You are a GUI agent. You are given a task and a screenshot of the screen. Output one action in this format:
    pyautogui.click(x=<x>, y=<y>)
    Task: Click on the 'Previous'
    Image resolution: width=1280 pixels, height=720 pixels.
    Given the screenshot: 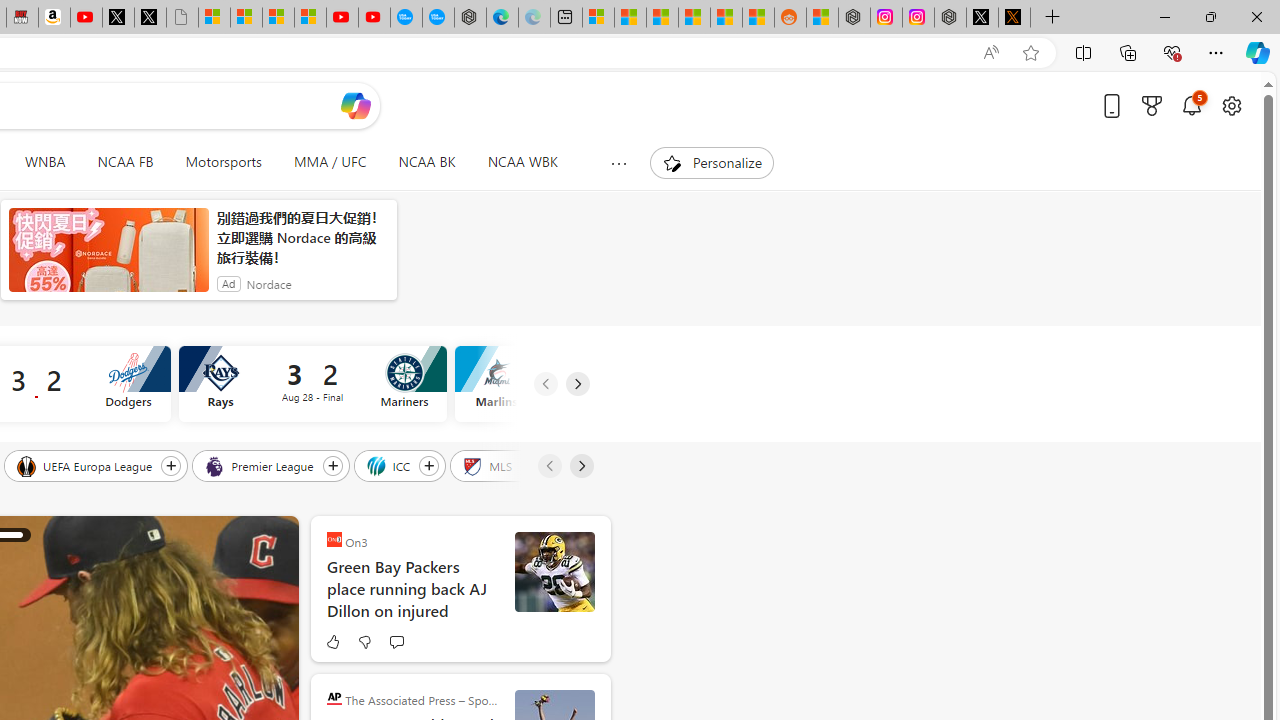 What is the action you would take?
    pyautogui.click(x=549, y=465)
    